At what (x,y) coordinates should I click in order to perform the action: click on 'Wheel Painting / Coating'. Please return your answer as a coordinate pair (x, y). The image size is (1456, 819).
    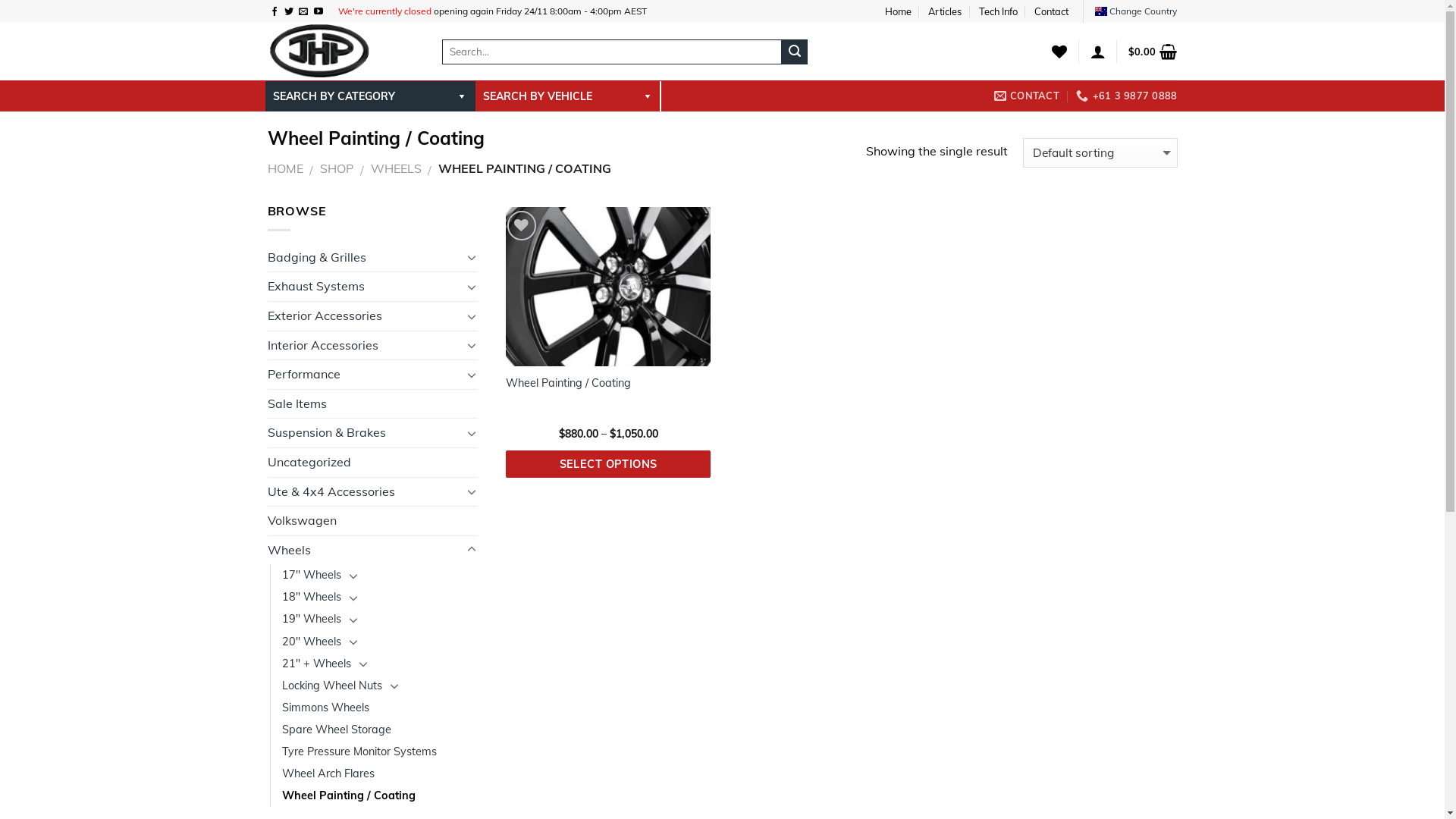
    Looking at the image, I should click on (567, 382).